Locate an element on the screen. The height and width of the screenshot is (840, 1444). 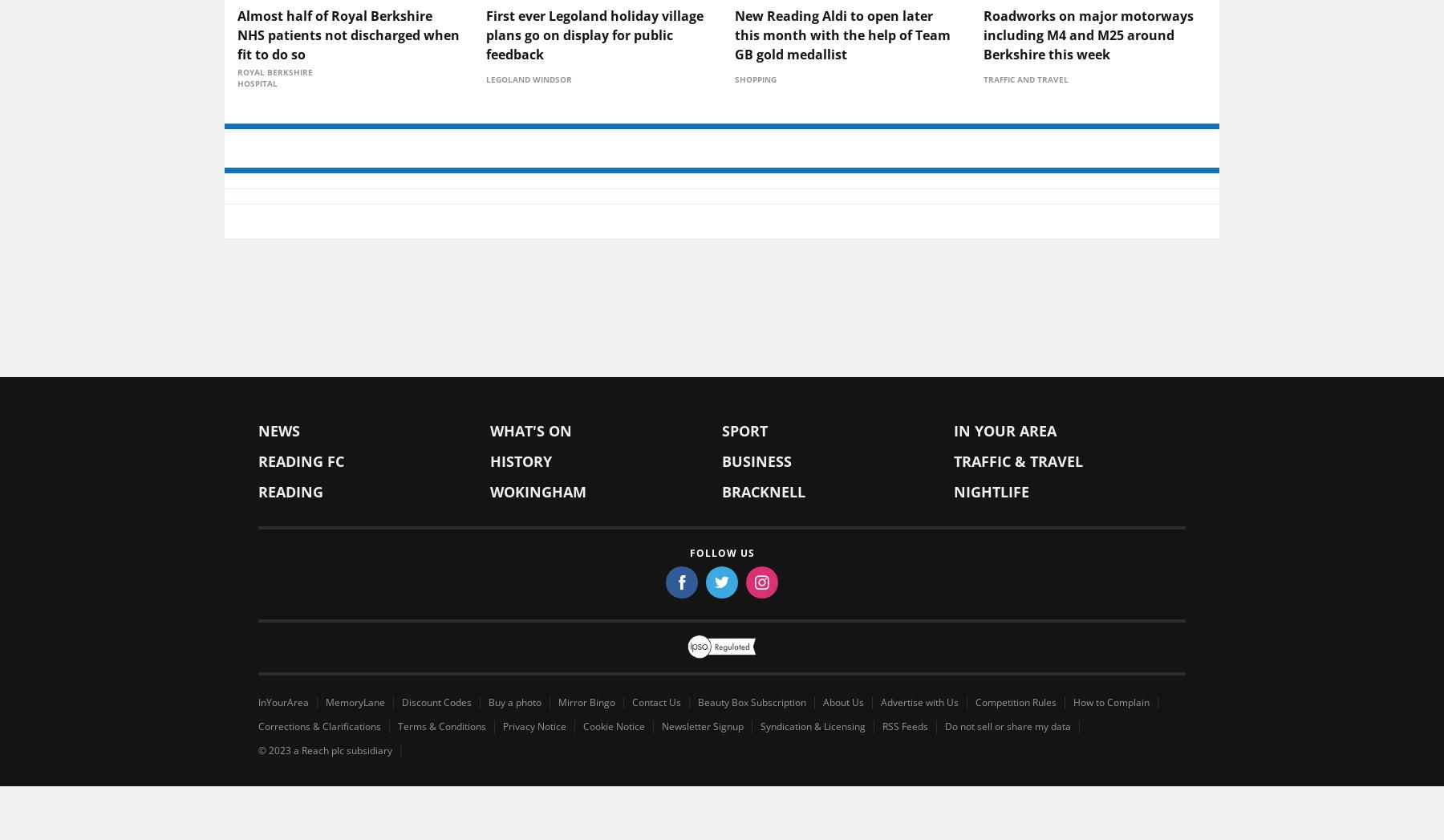
'History' is located at coordinates (489, 589).